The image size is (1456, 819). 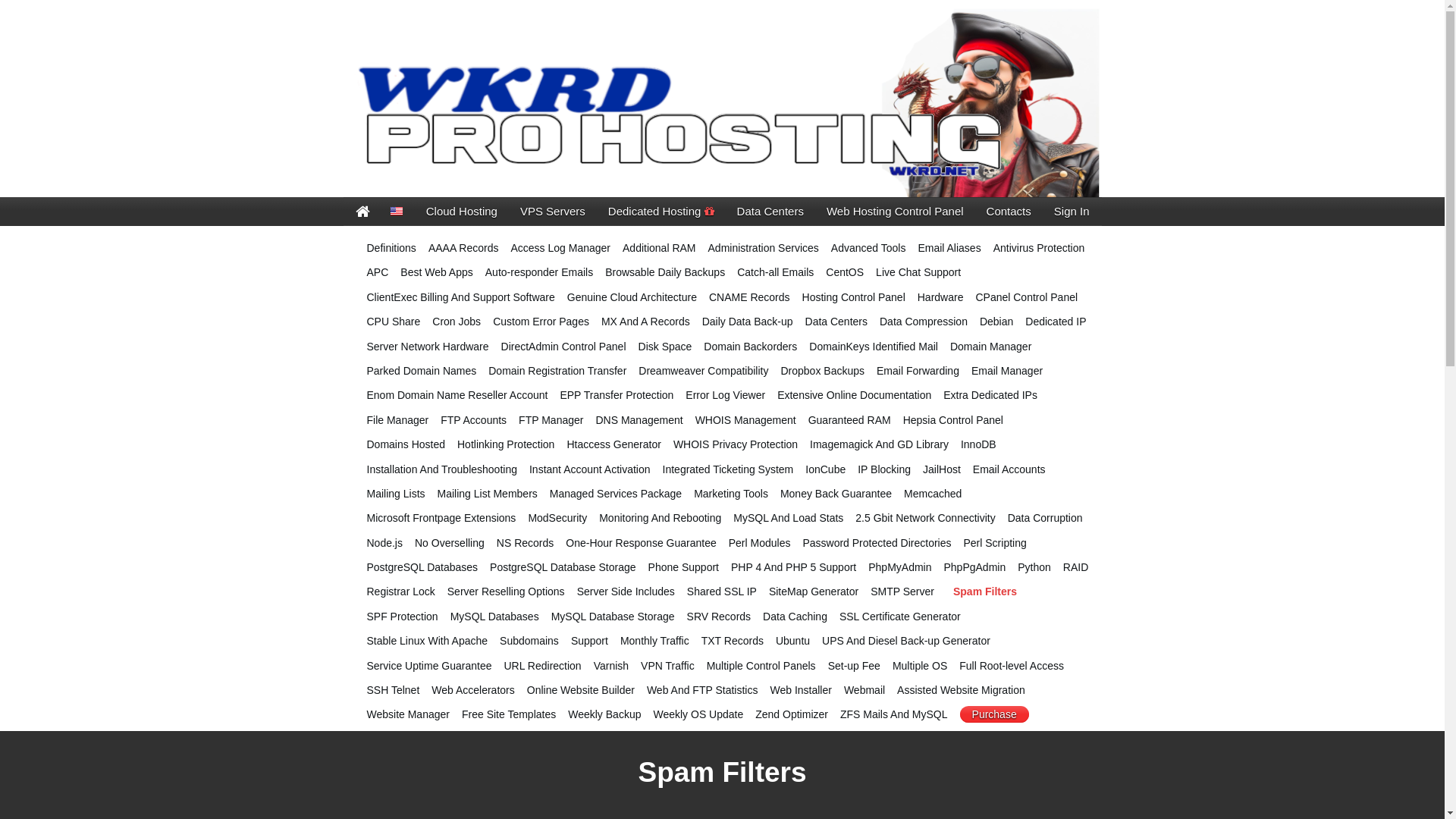 I want to click on 'FTP Manager', so click(x=519, y=420).